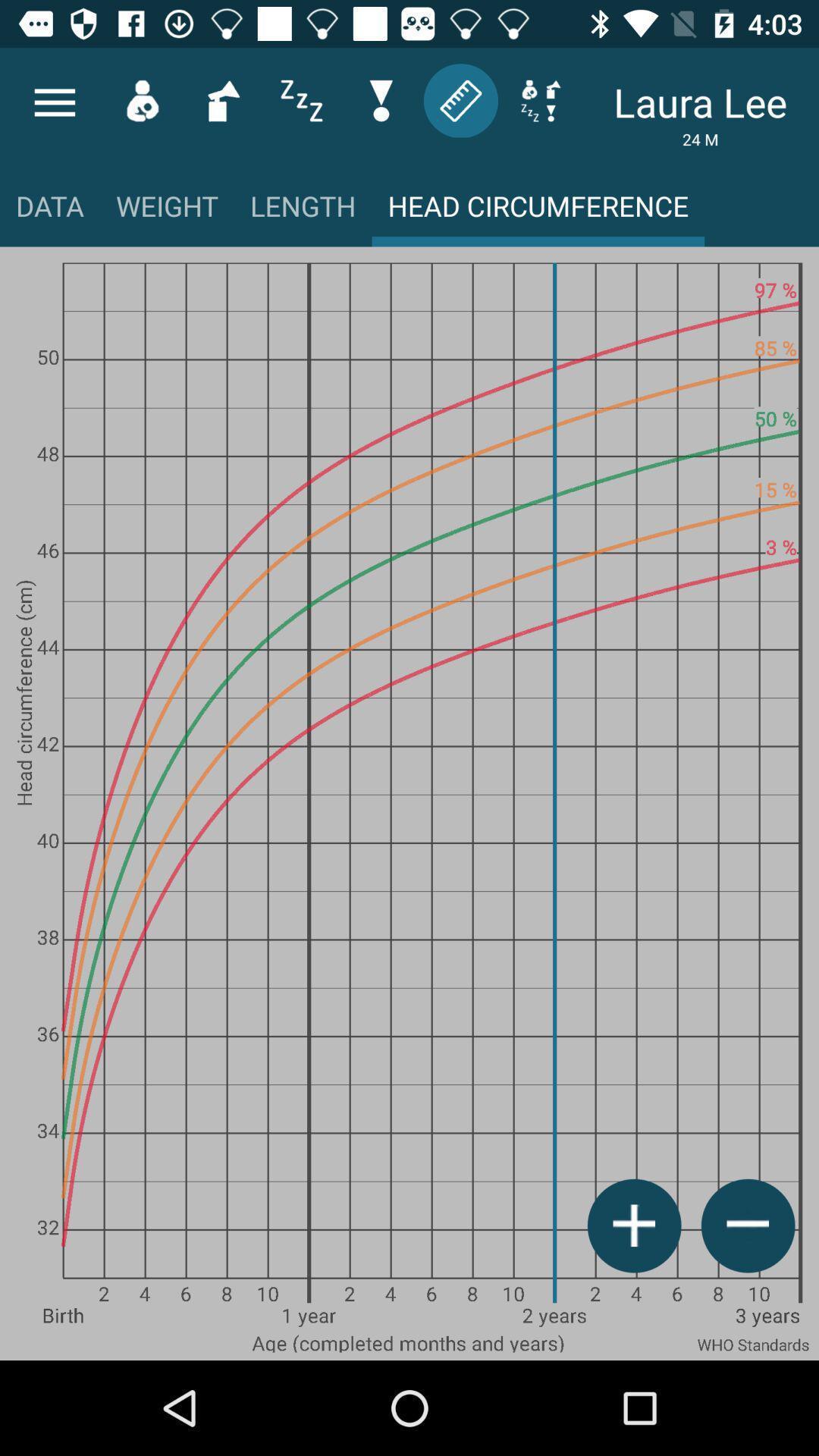 The width and height of the screenshot is (819, 1456). I want to click on the avatar icon, so click(142, 99).